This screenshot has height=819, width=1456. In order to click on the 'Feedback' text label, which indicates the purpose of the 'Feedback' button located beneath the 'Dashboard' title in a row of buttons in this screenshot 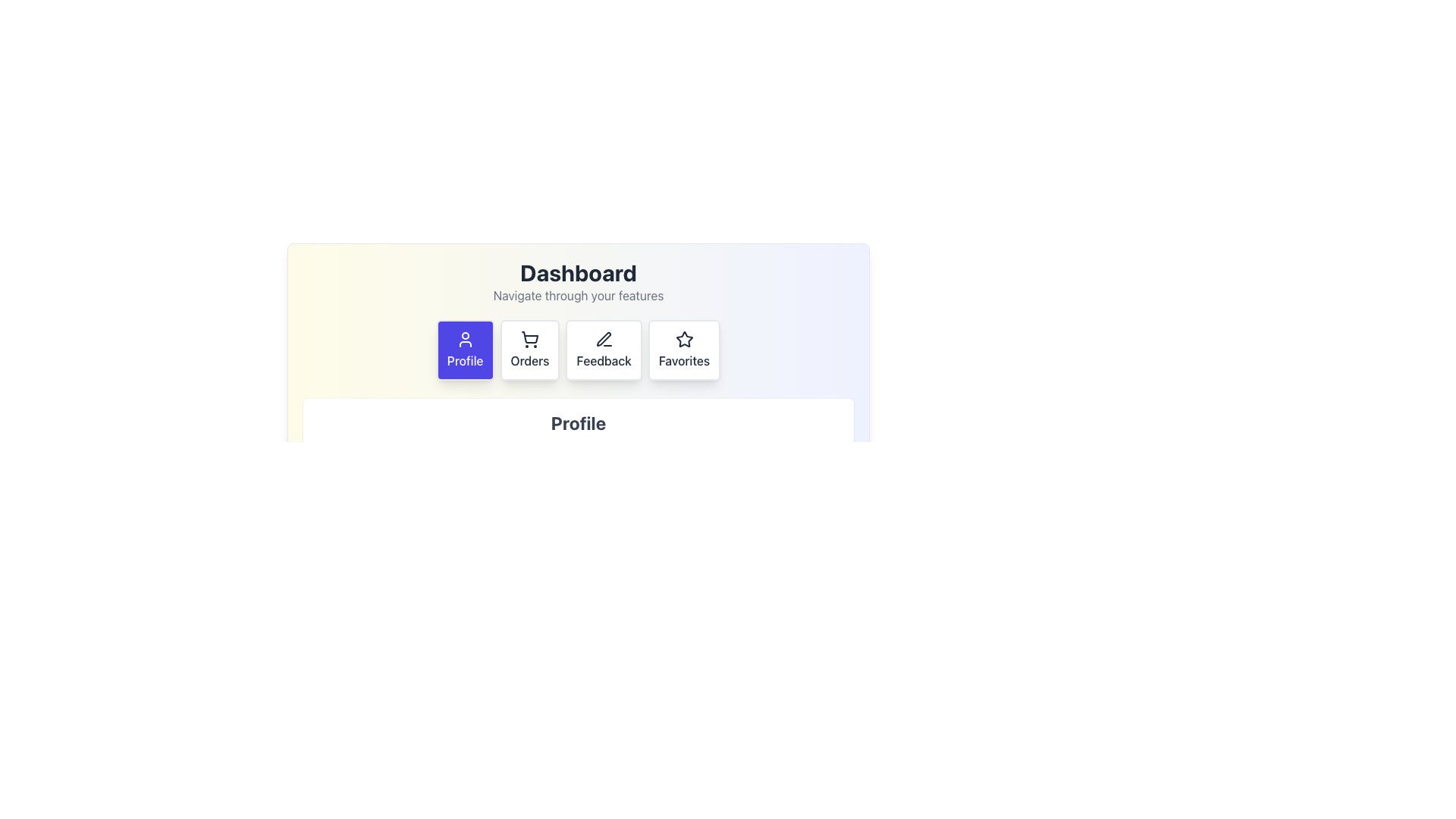, I will do `click(603, 360)`.